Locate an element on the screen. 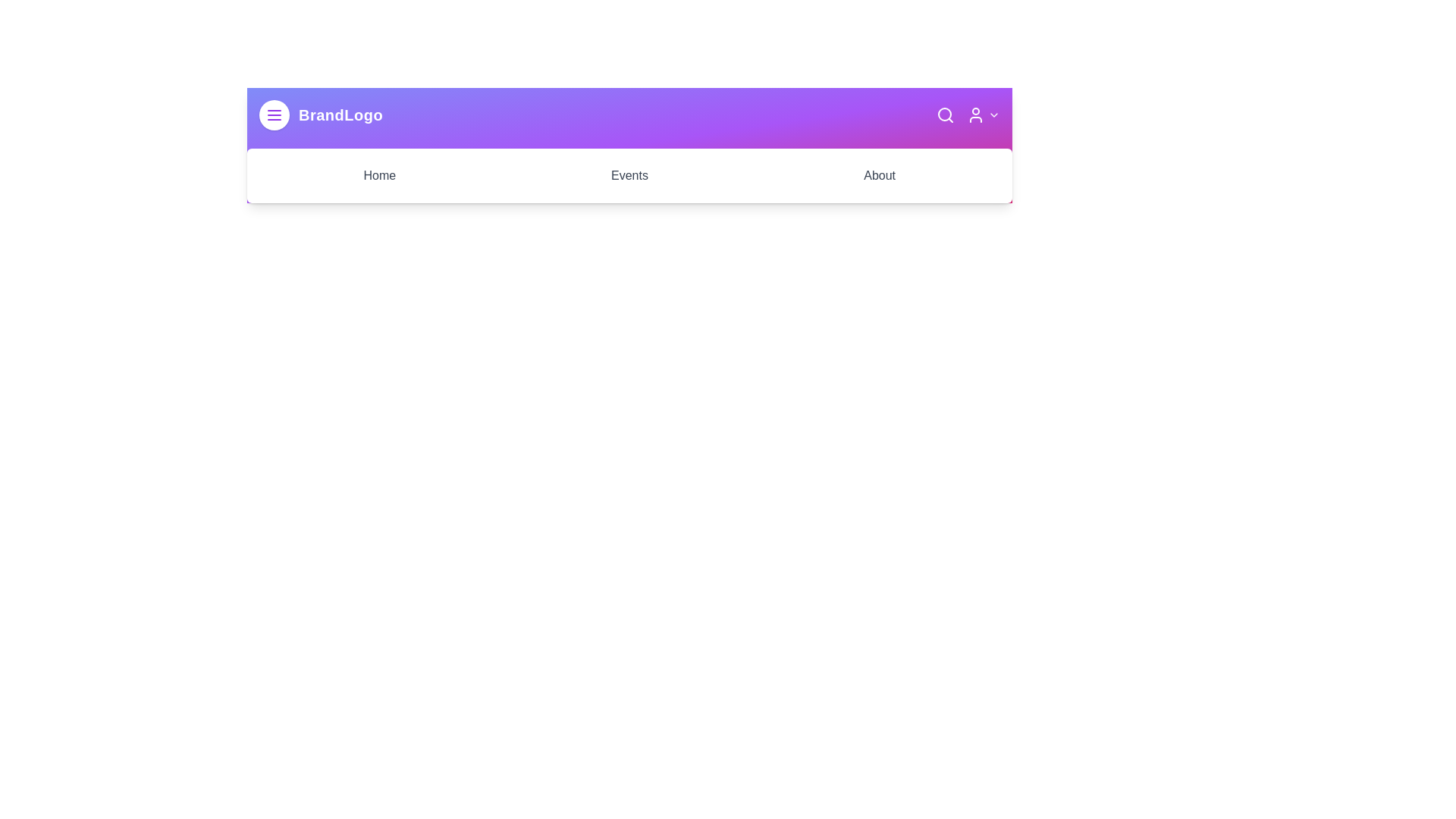 This screenshot has height=819, width=1456. the 'Events' section to navigate to it is located at coordinates (629, 174).